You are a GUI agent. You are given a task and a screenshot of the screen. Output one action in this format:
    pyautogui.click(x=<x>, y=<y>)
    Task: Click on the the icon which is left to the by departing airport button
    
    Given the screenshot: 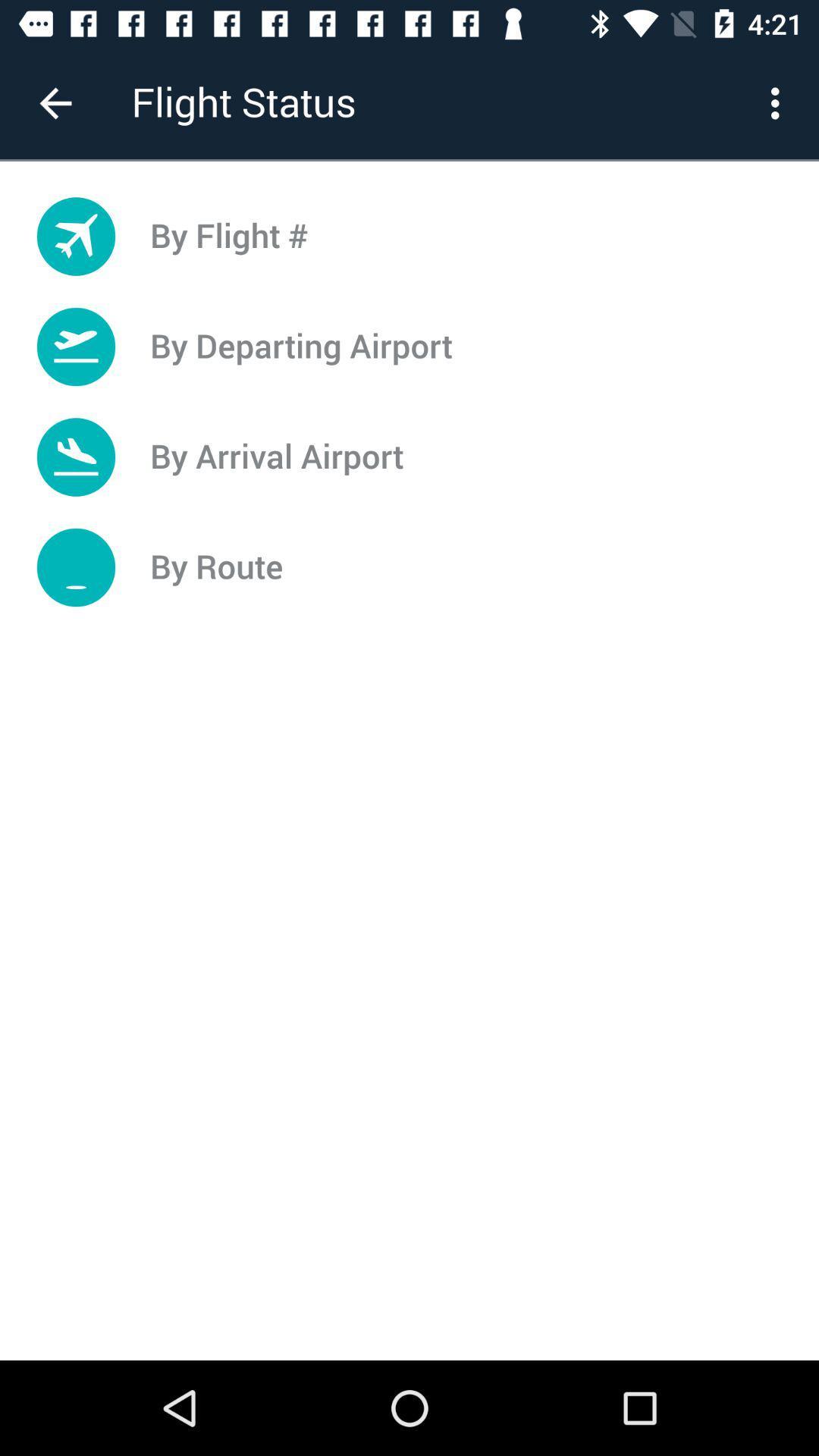 What is the action you would take?
    pyautogui.click(x=76, y=346)
    